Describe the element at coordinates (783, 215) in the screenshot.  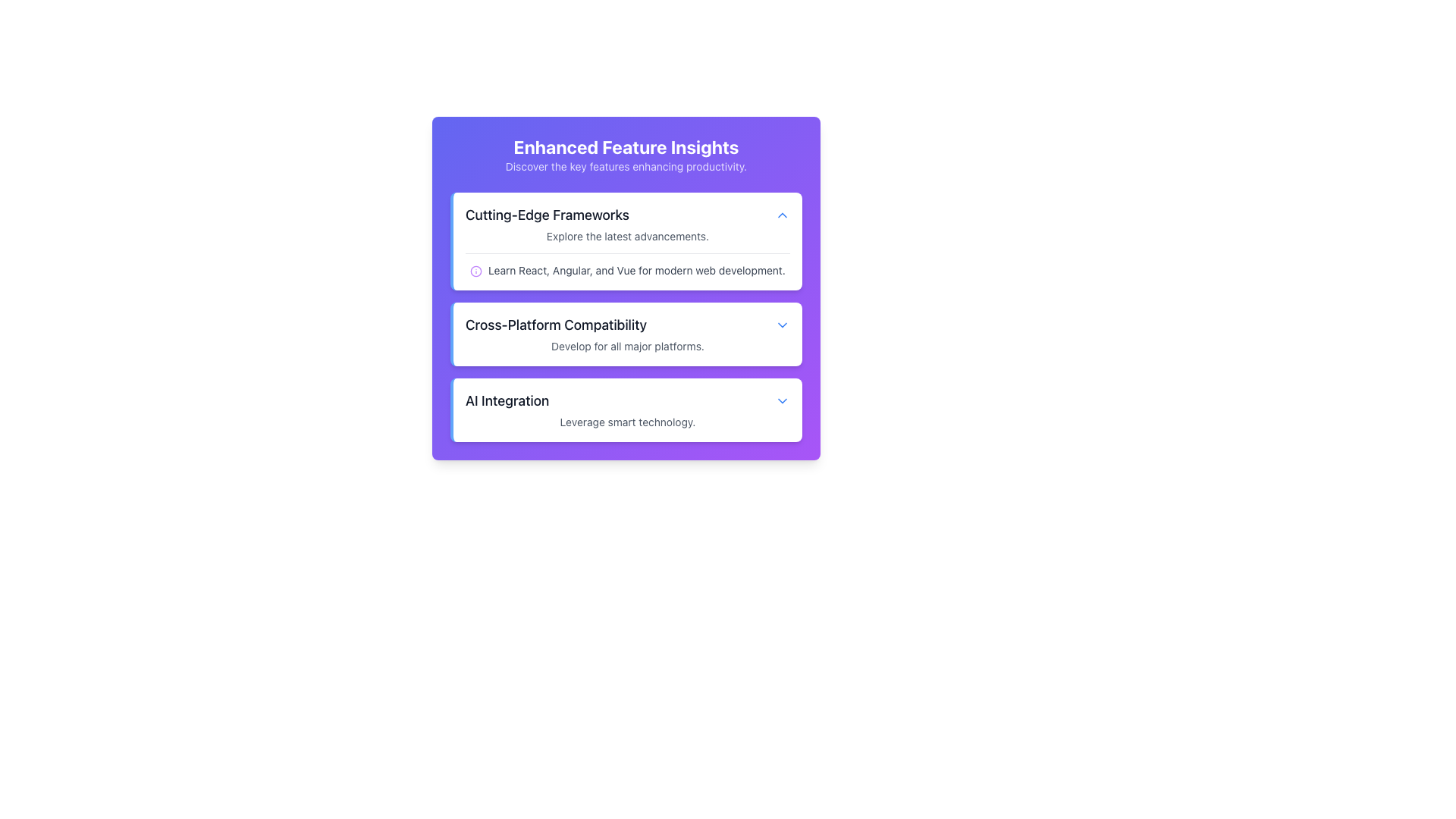
I see `the Chevron Icon located on the right side of the 'Cutting-Edge Frameworks' section` at that location.